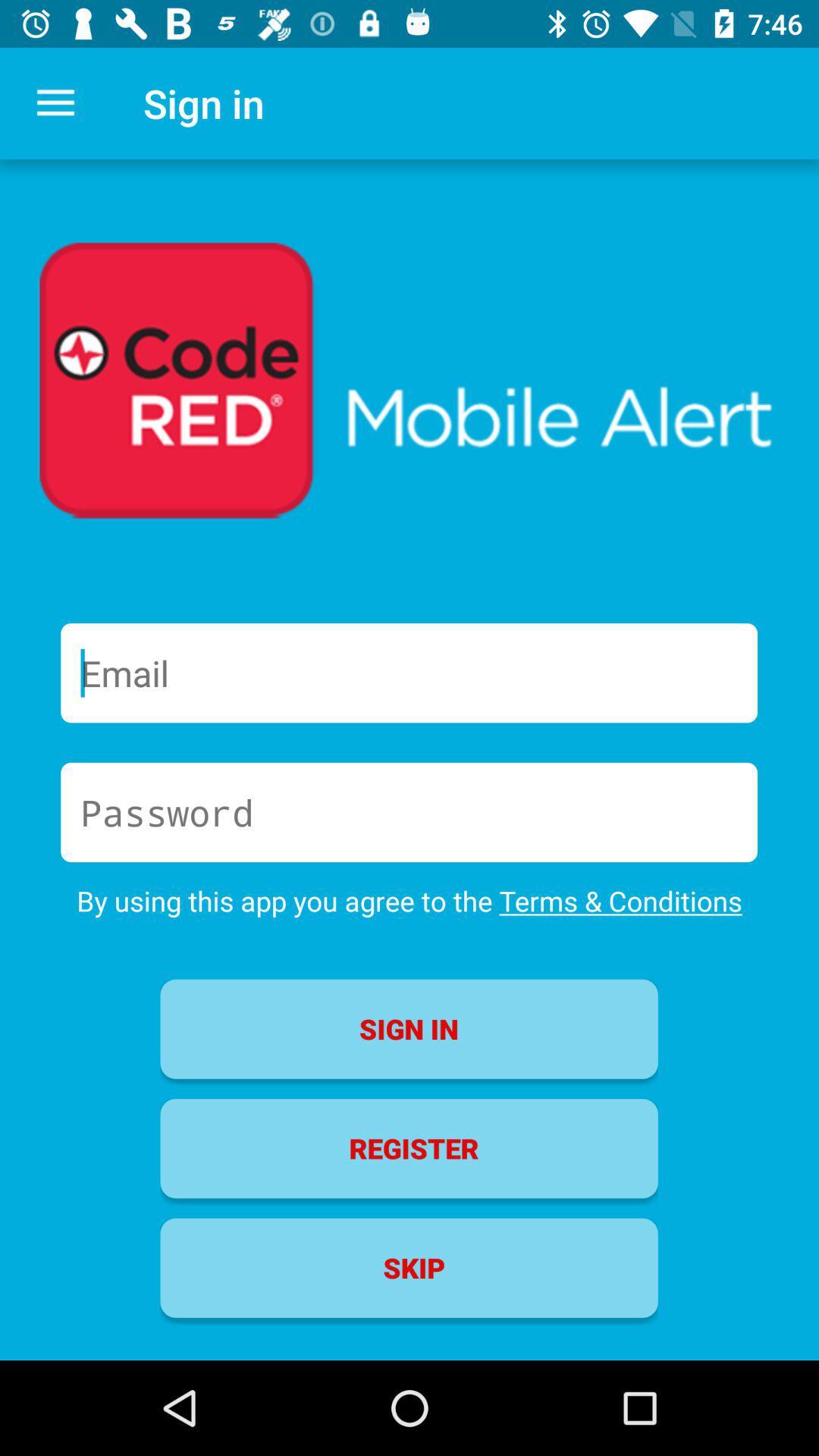 The image size is (819, 1456). What do you see at coordinates (409, 901) in the screenshot?
I see `the by using this icon` at bounding box center [409, 901].